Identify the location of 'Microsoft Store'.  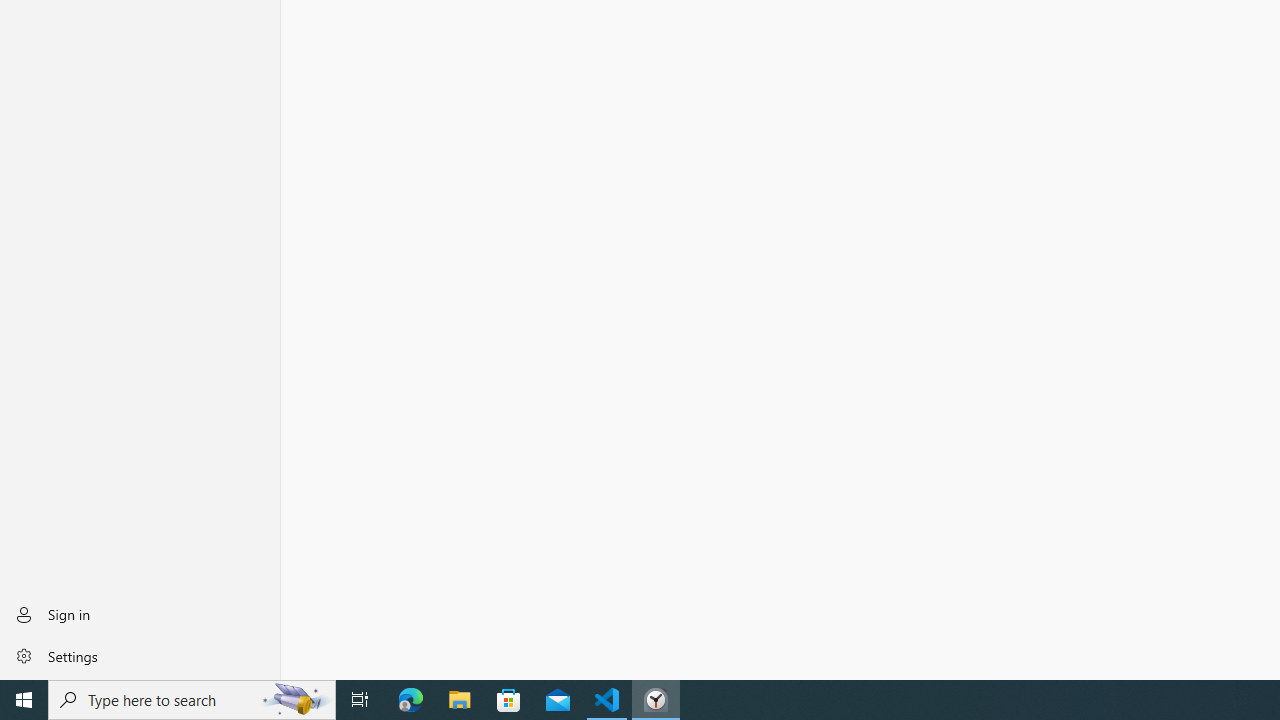
(509, 698).